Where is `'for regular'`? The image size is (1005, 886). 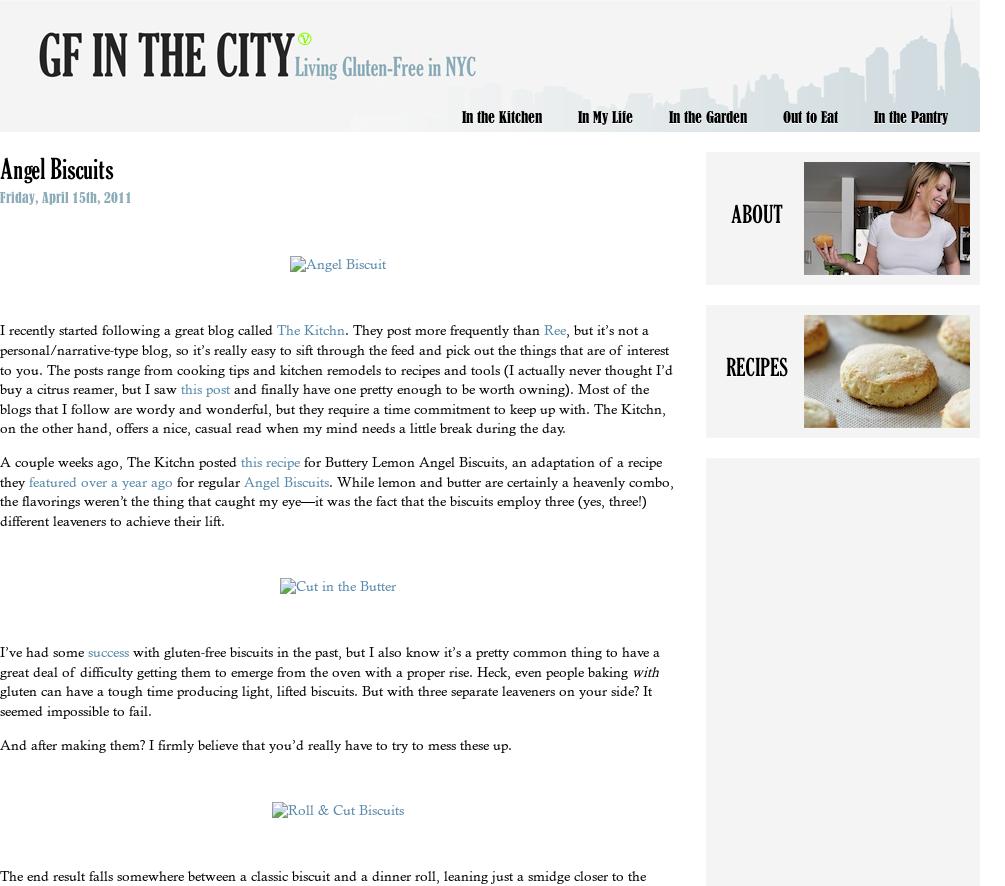
'for regular' is located at coordinates (207, 480).